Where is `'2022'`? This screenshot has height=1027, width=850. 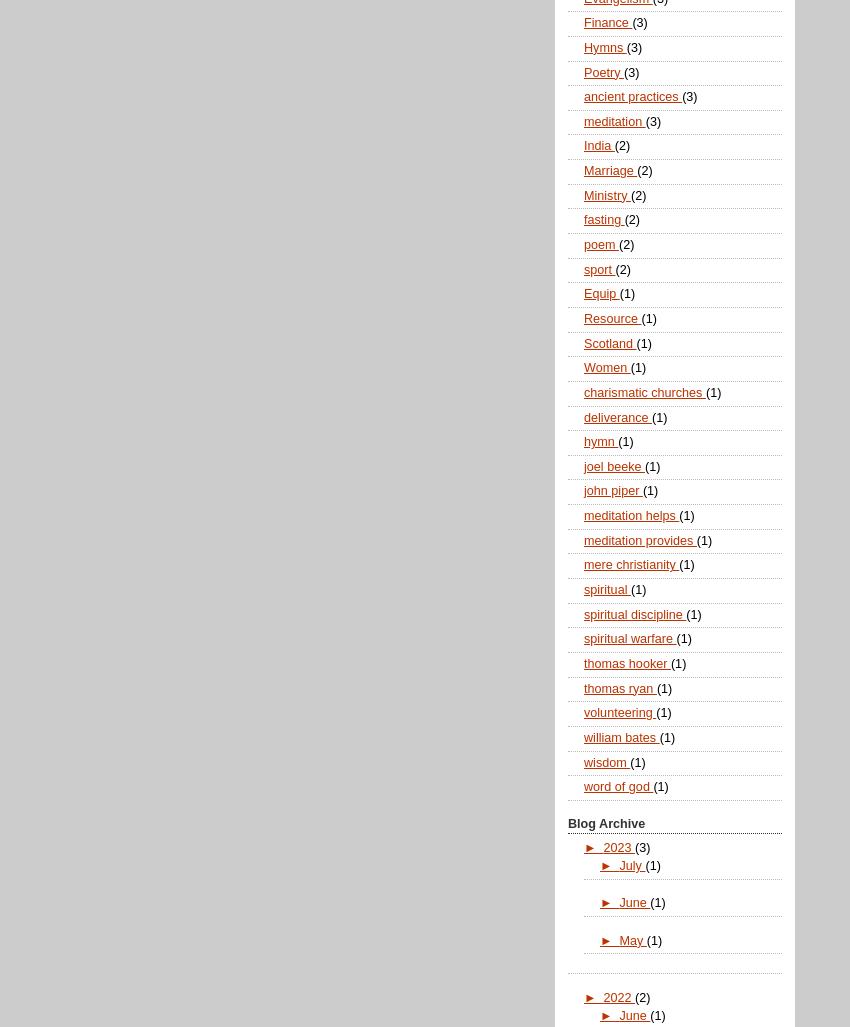 '2022' is located at coordinates (617, 996).